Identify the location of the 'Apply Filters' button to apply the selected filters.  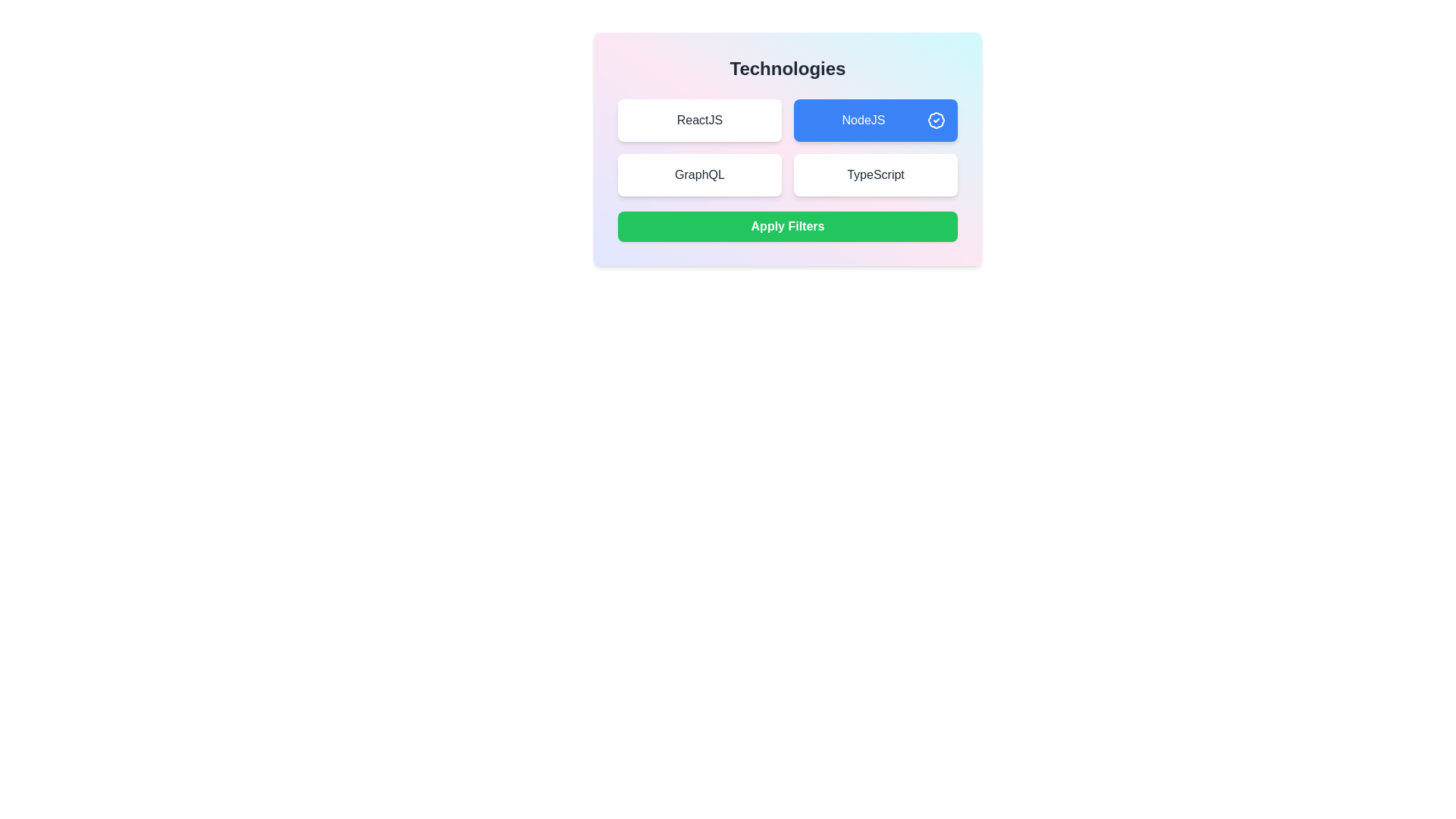
(787, 227).